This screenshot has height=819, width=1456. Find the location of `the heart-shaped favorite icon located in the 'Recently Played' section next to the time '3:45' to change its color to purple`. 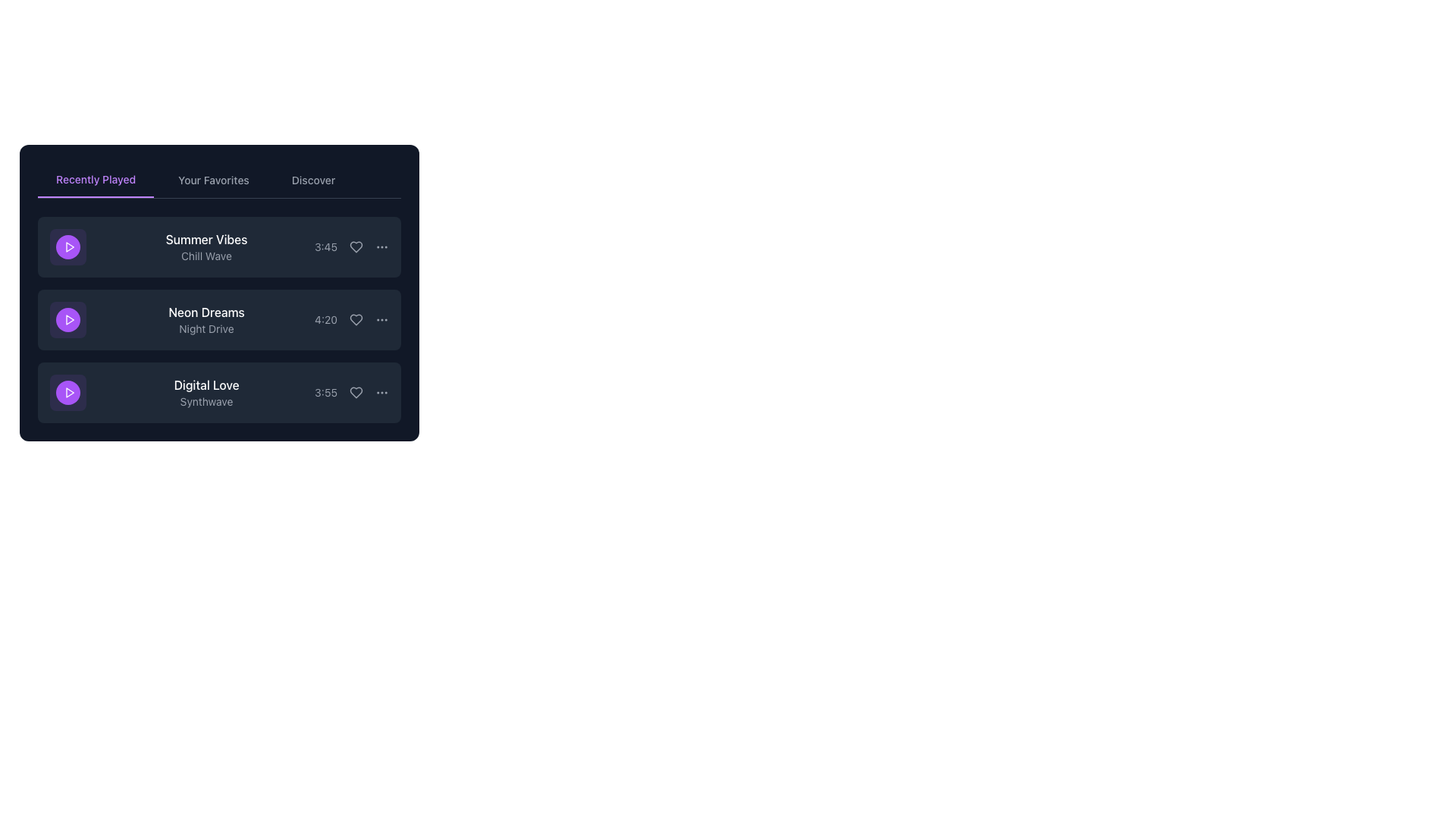

the heart-shaped favorite icon located in the 'Recently Played' section next to the time '3:45' to change its color to purple is located at coordinates (356, 246).